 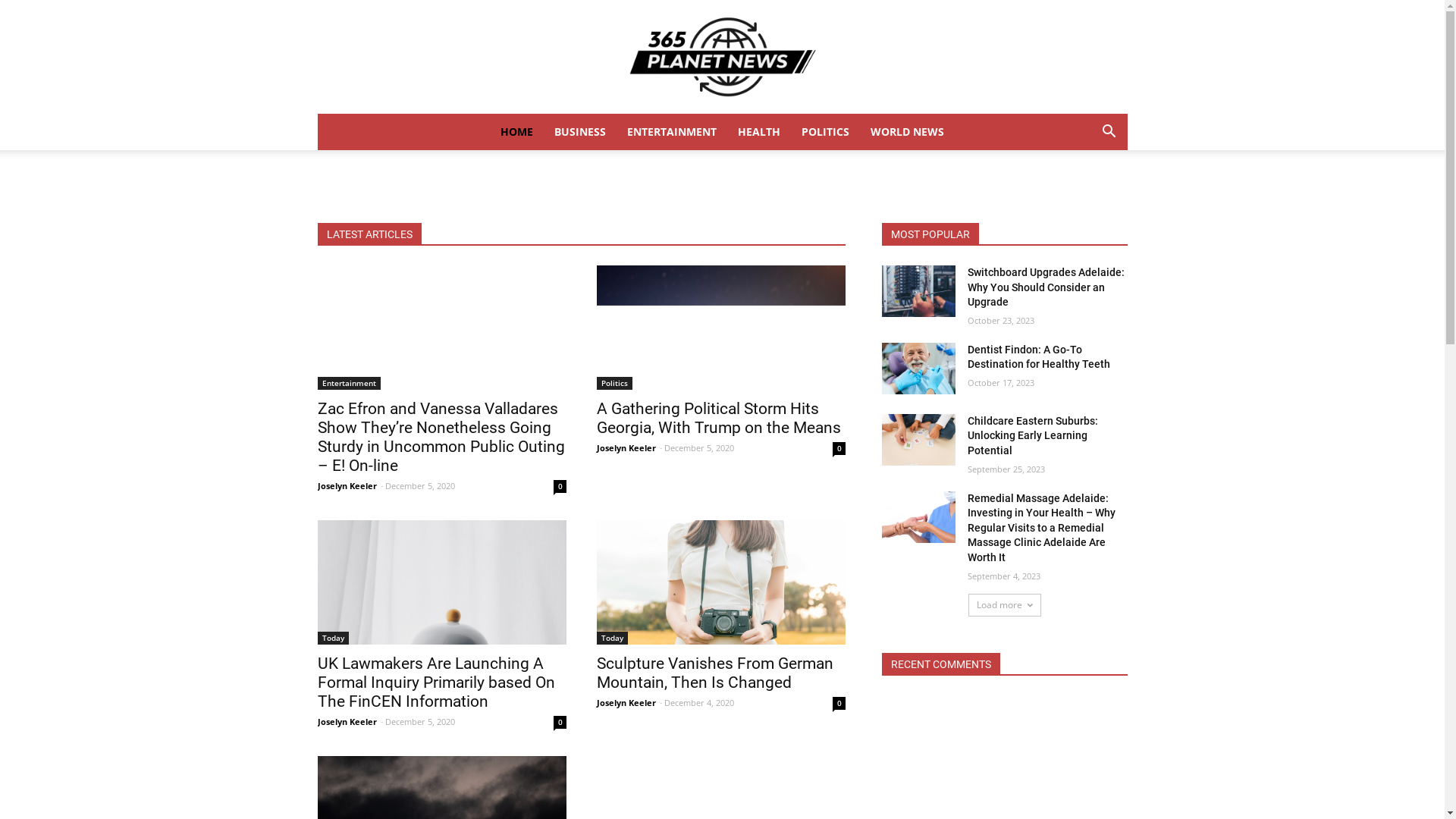 I want to click on 'Entertainment', so click(x=347, y=382).